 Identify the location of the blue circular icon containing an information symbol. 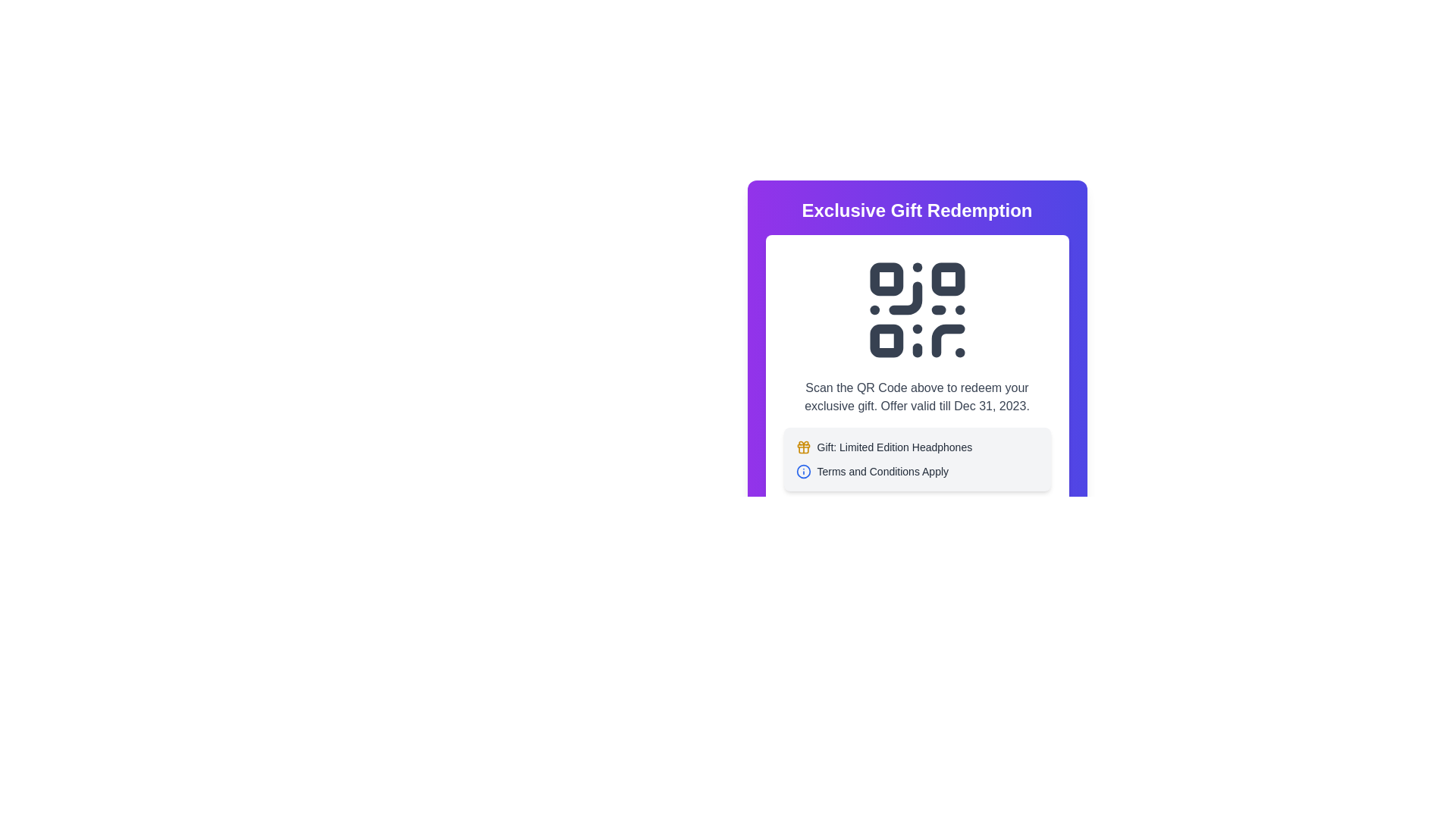
(802, 470).